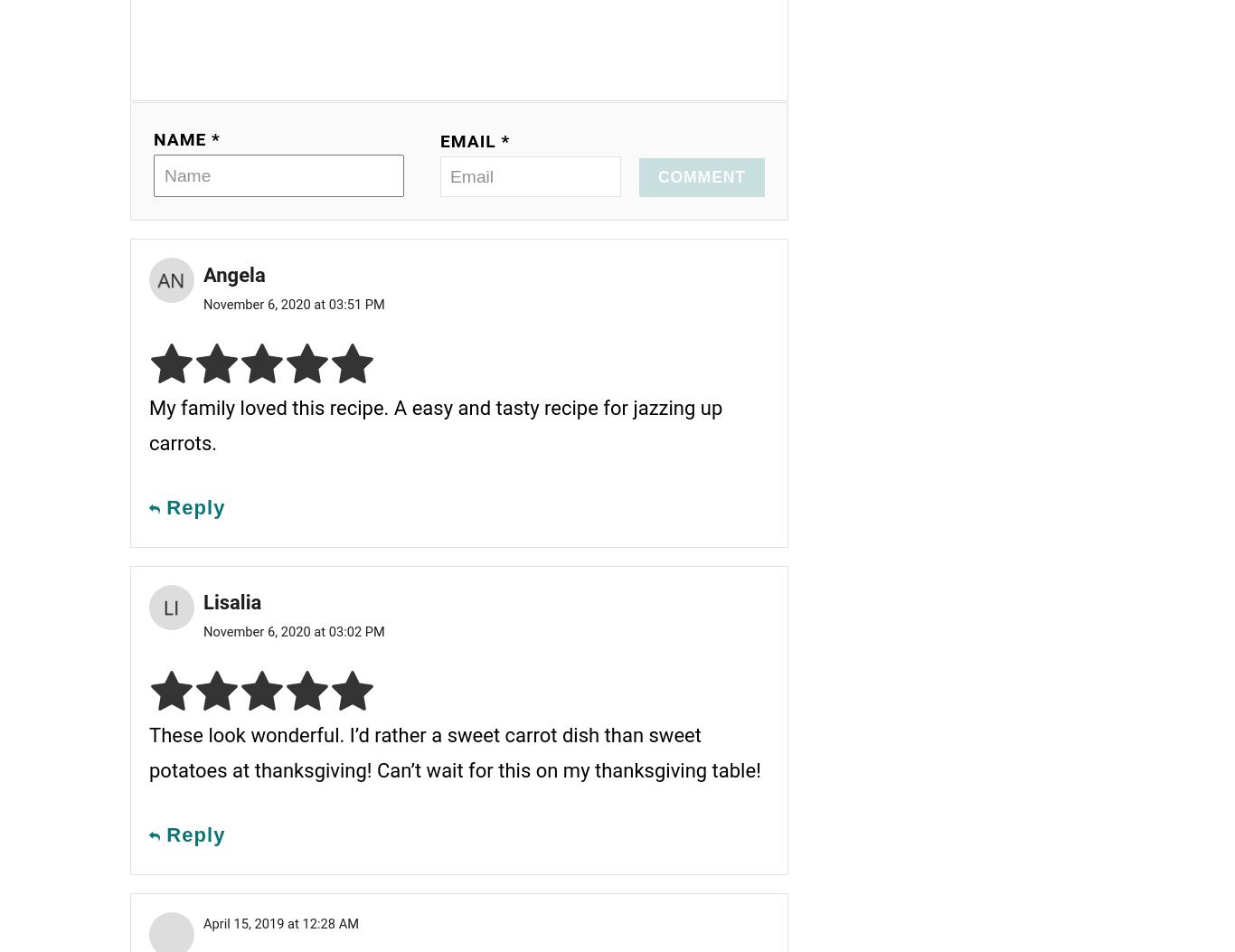 This screenshot has width=1235, height=952. What do you see at coordinates (702, 176) in the screenshot?
I see `'Comment'` at bounding box center [702, 176].